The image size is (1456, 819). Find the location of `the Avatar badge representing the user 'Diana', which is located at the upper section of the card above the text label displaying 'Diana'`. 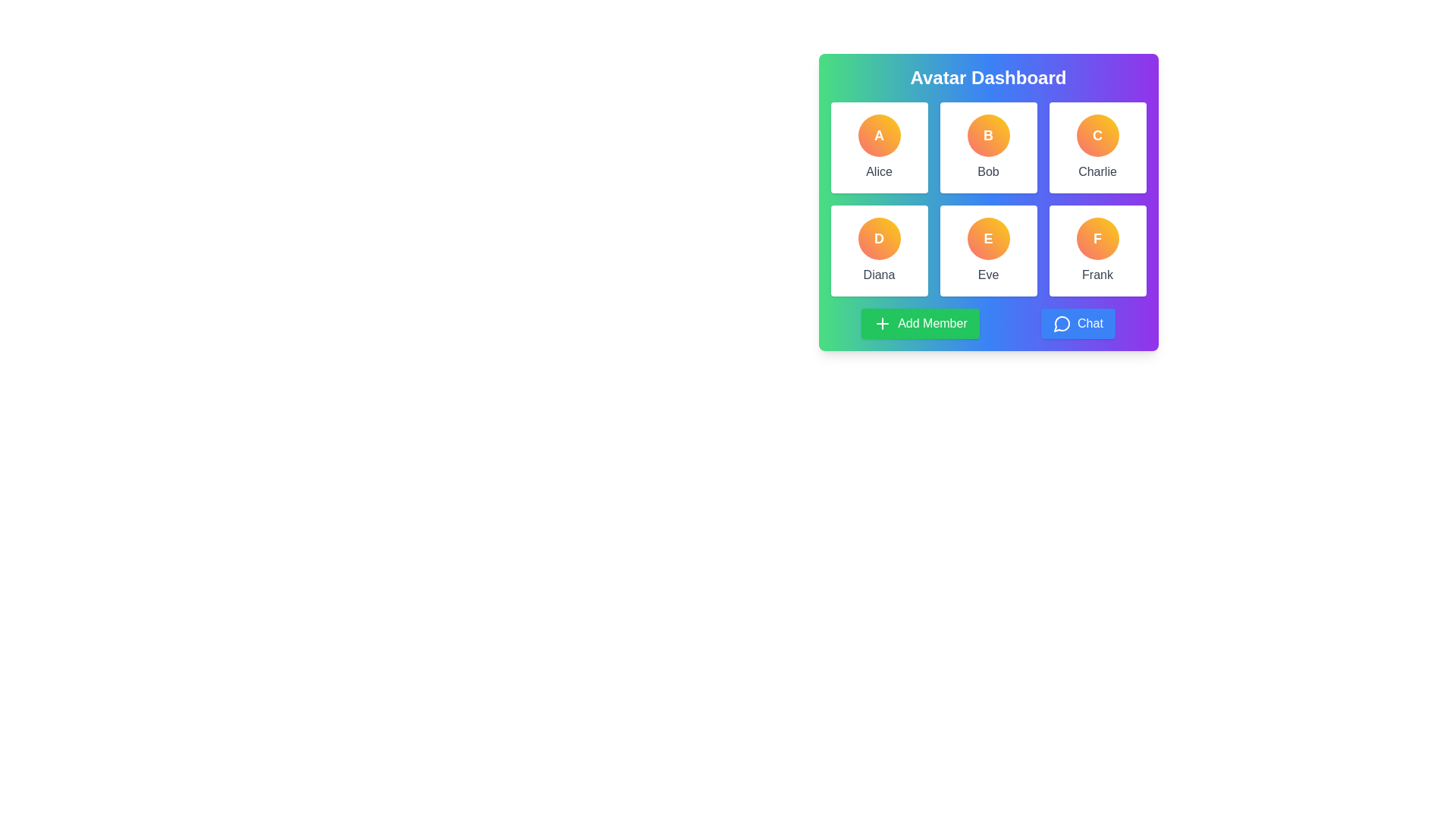

the Avatar badge representing the user 'Diana', which is located at the upper section of the card above the text label displaying 'Diana' is located at coordinates (879, 239).